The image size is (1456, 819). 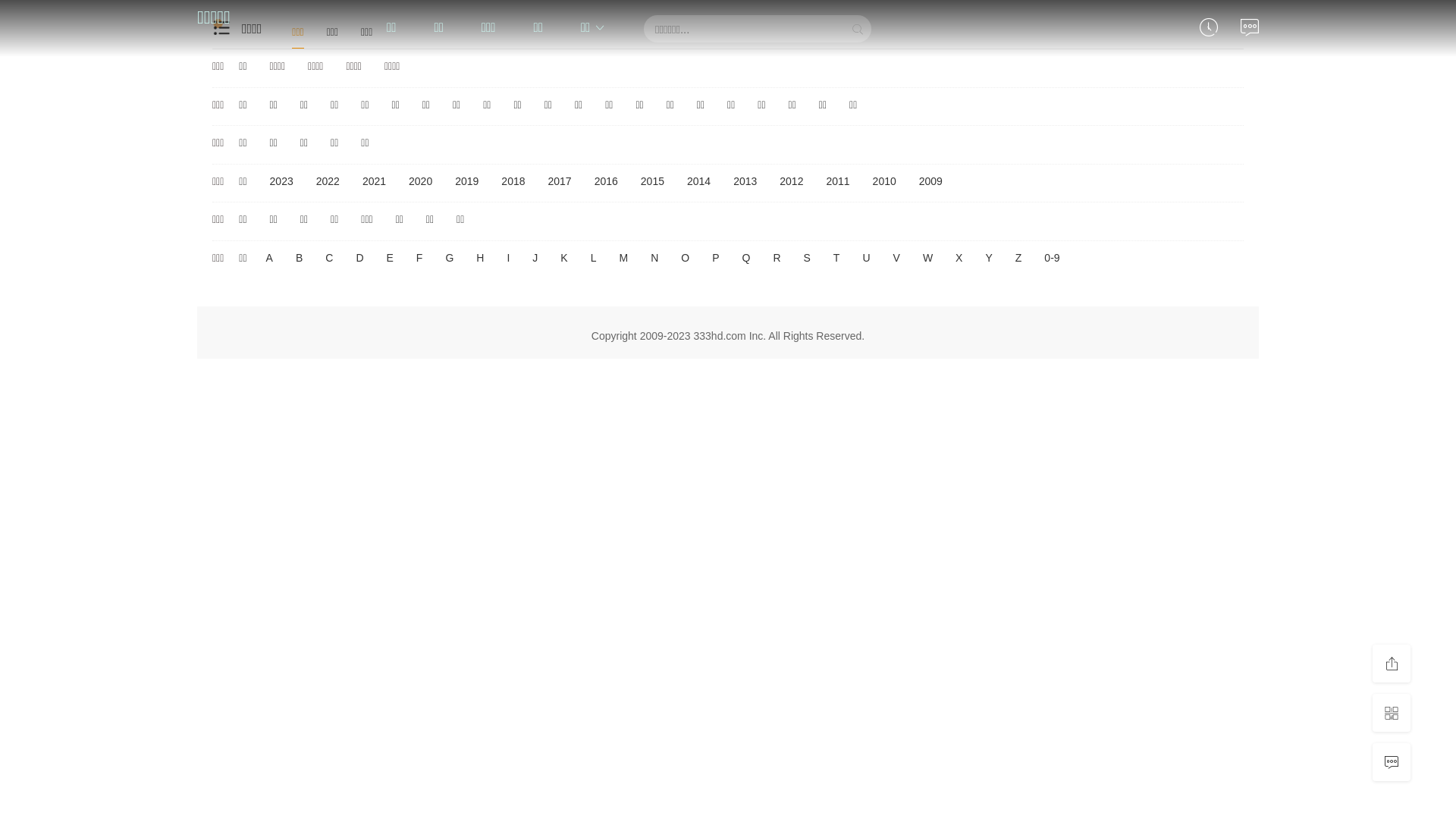 What do you see at coordinates (563, 257) in the screenshot?
I see `'K'` at bounding box center [563, 257].